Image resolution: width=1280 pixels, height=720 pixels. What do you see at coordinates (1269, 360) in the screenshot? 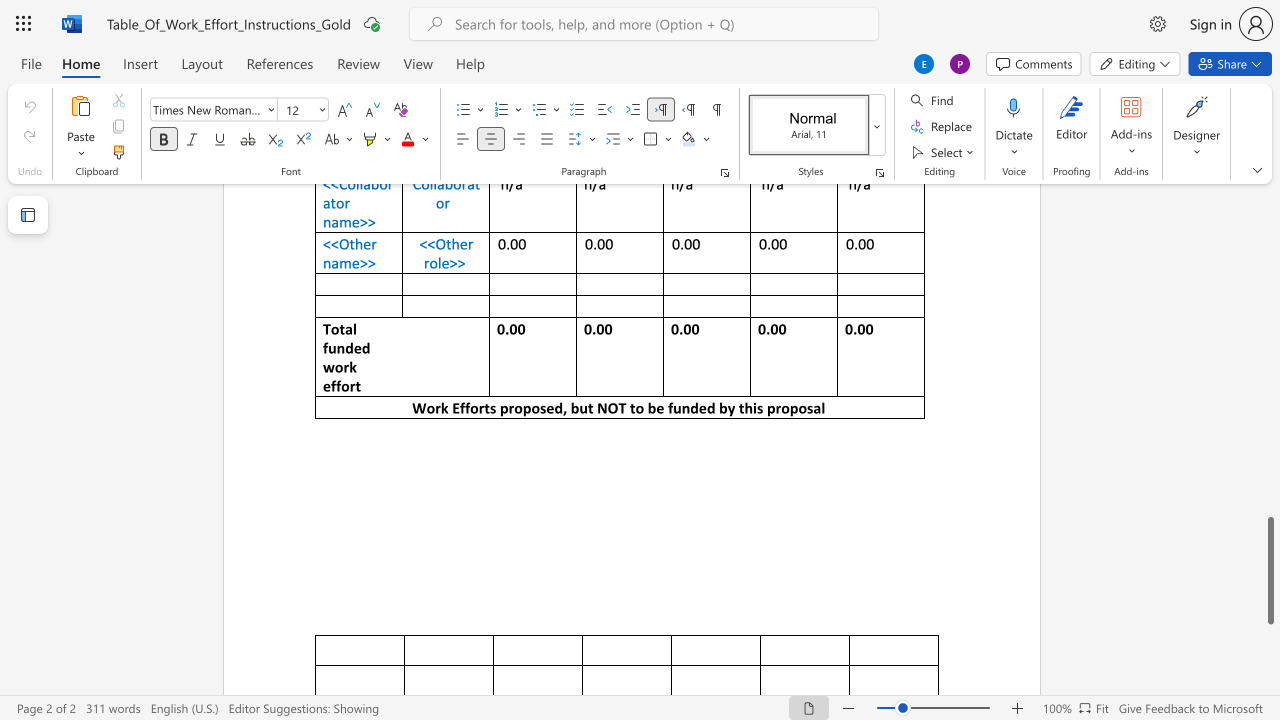
I see `the scrollbar to move the page upward` at bounding box center [1269, 360].